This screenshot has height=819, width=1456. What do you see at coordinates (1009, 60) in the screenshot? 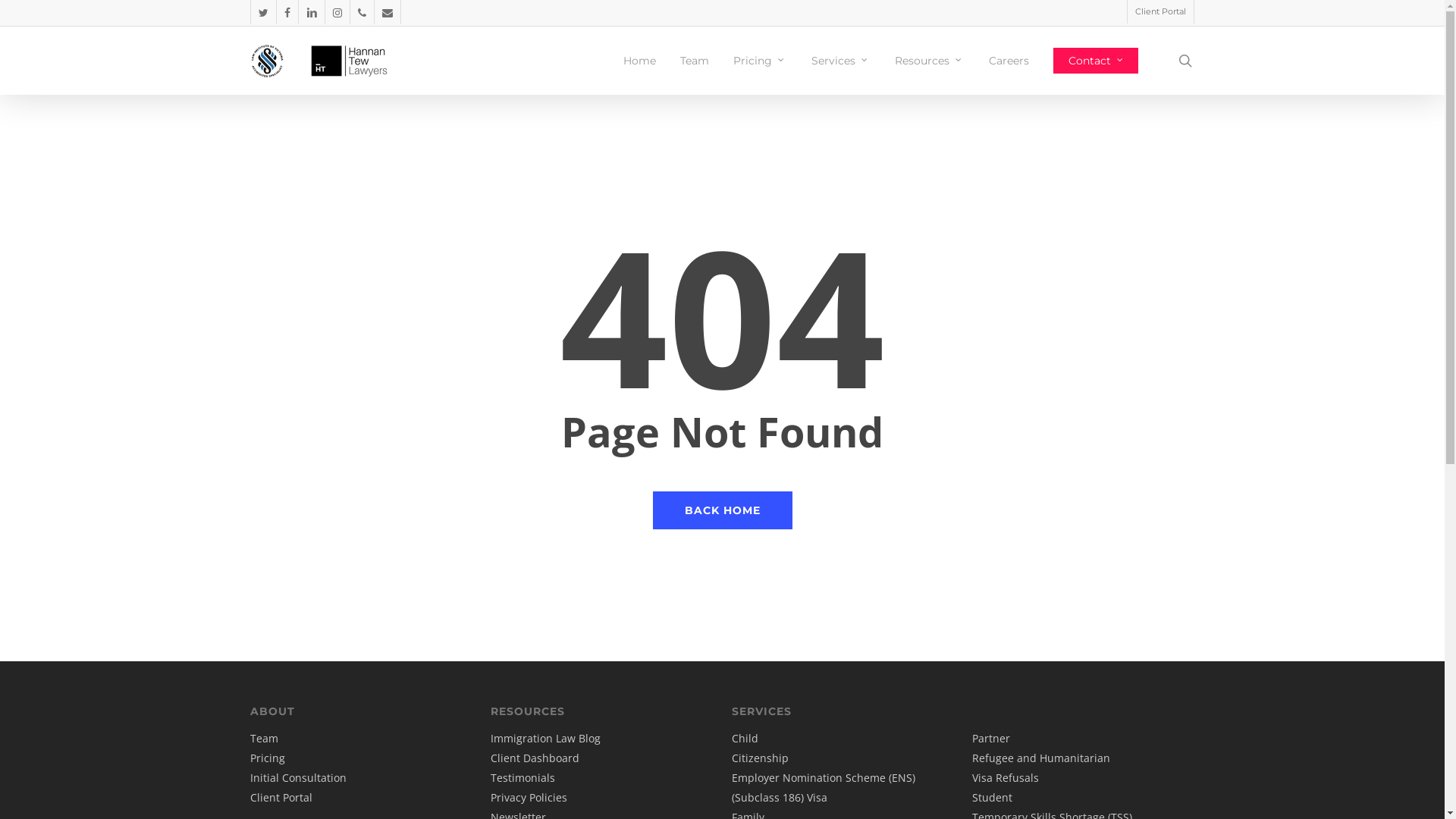
I see `'Careers'` at bounding box center [1009, 60].